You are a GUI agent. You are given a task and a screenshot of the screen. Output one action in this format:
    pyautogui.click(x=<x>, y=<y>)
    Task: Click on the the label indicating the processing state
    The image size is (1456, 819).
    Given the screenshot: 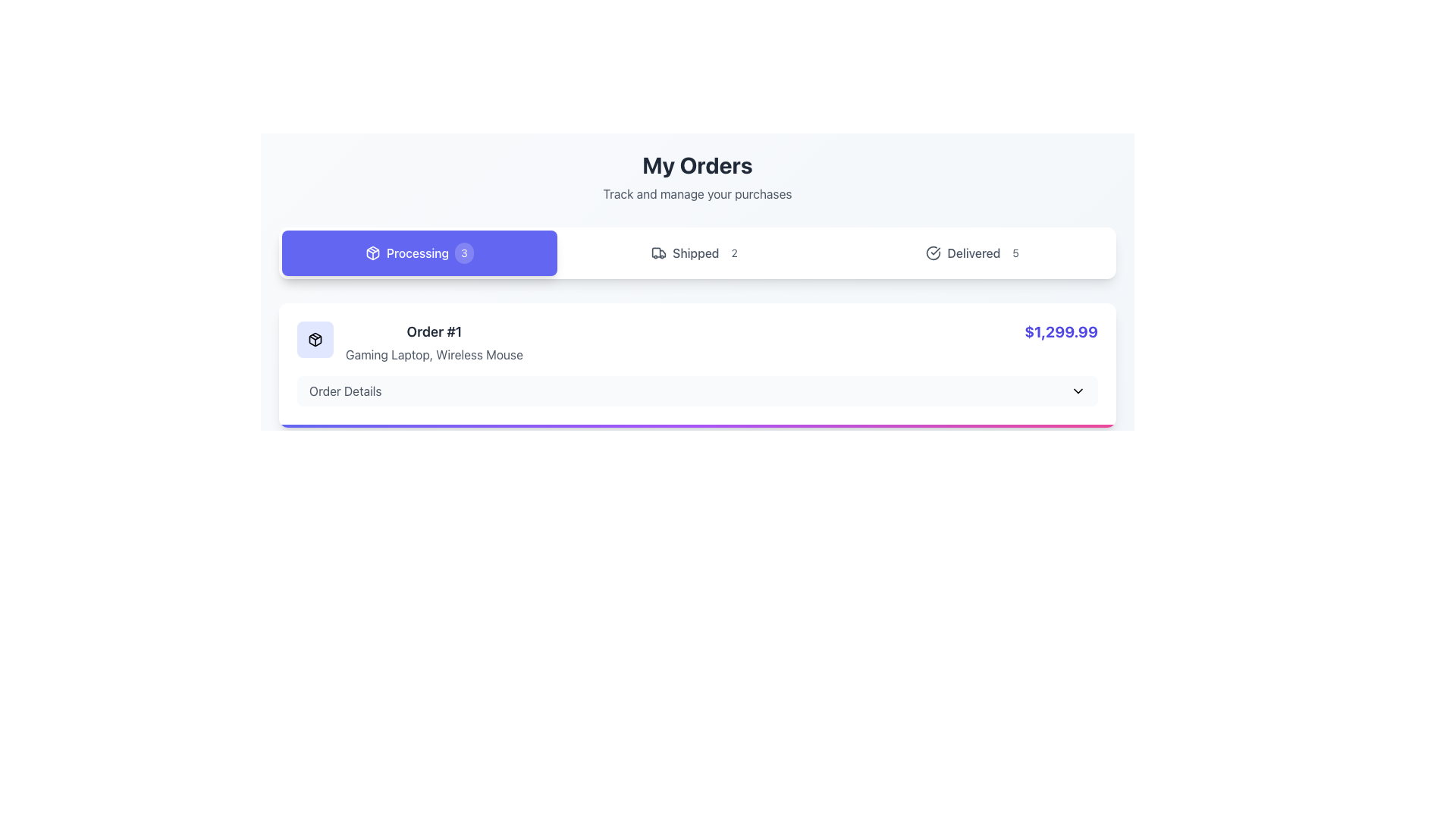 What is the action you would take?
    pyautogui.click(x=418, y=253)
    